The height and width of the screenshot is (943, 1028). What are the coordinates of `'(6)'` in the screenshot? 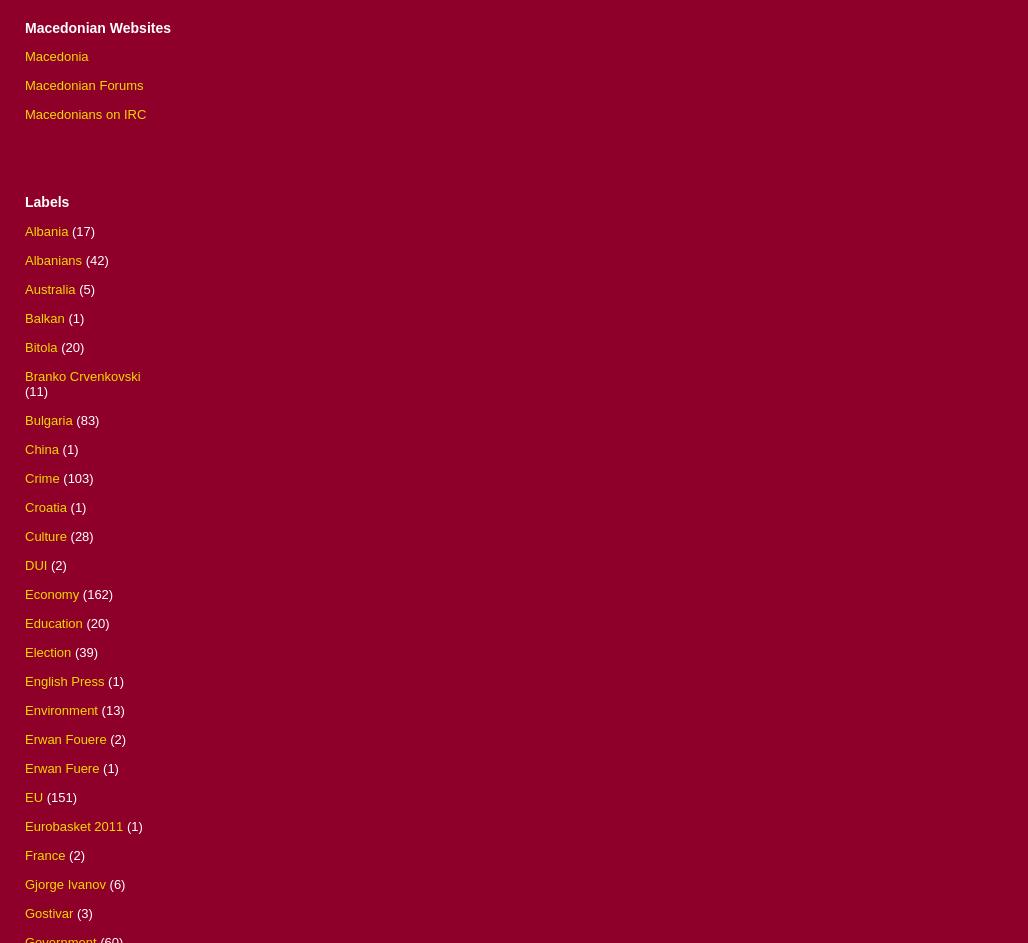 It's located at (107, 883).